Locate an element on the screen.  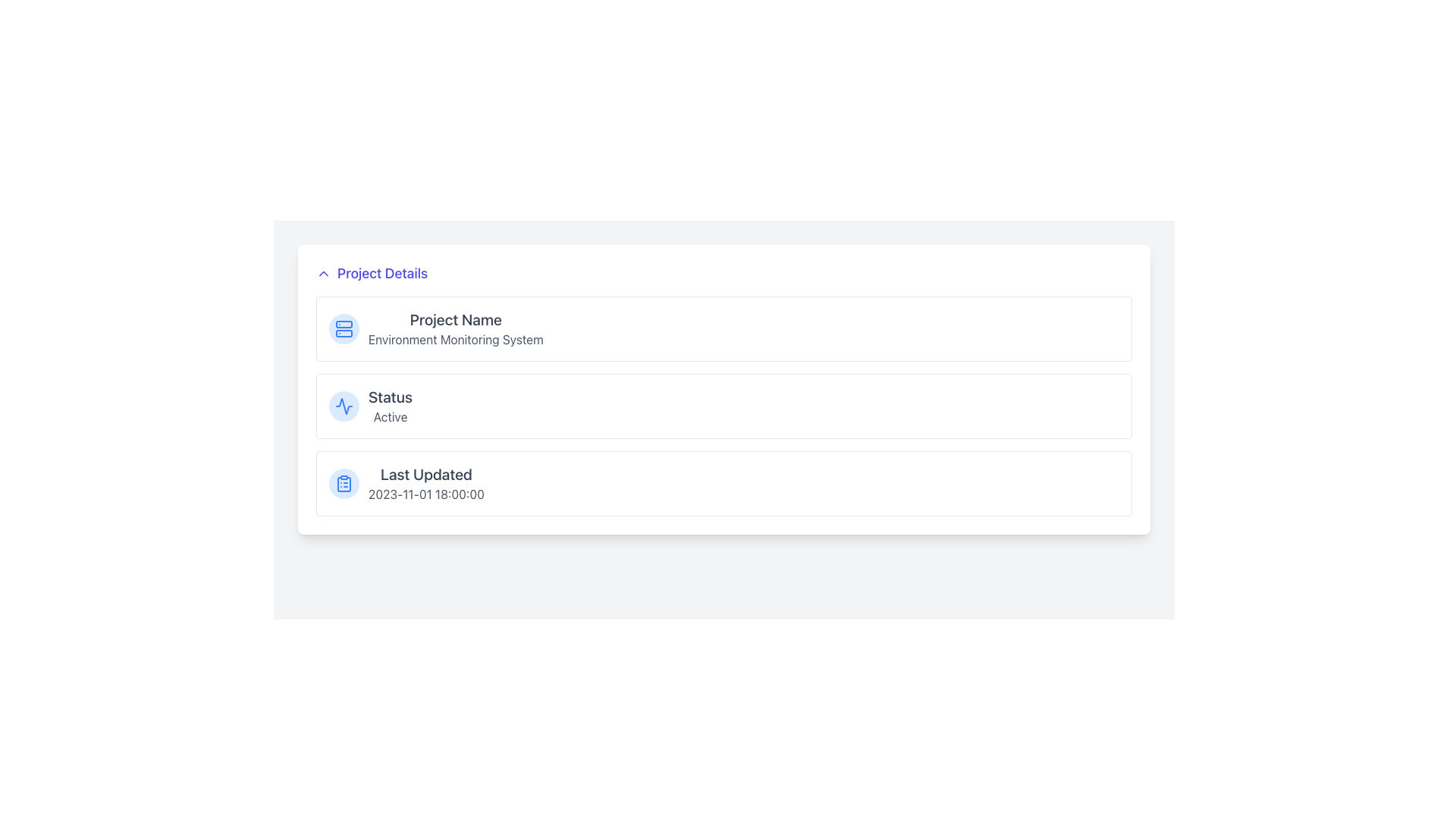
the text label displaying 'Last Updated', which is styled in dark gray and positioned above a timestamp in the Project Details section of the card layout is located at coordinates (425, 473).